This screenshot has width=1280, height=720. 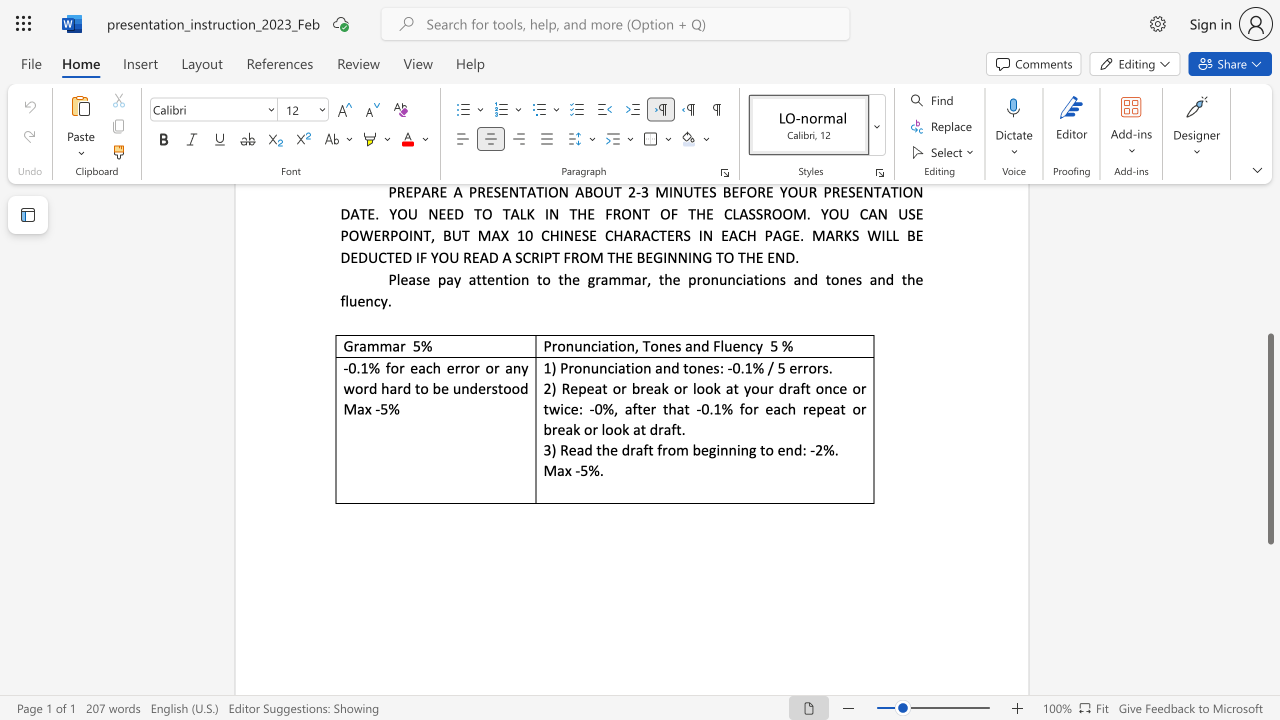 I want to click on the scrollbar to scroll upward, so click(x=1269, y=310).